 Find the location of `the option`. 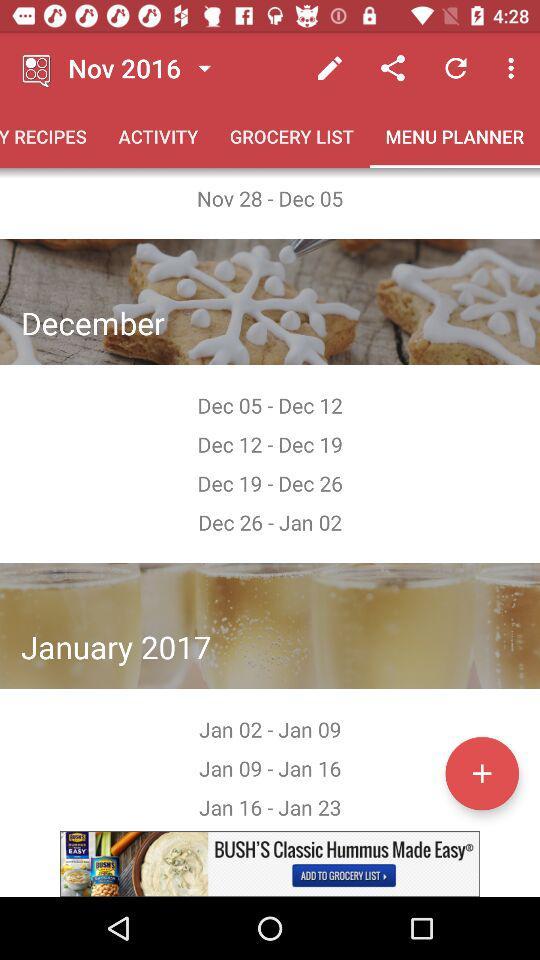

the option is located at coordinates (270, 863).